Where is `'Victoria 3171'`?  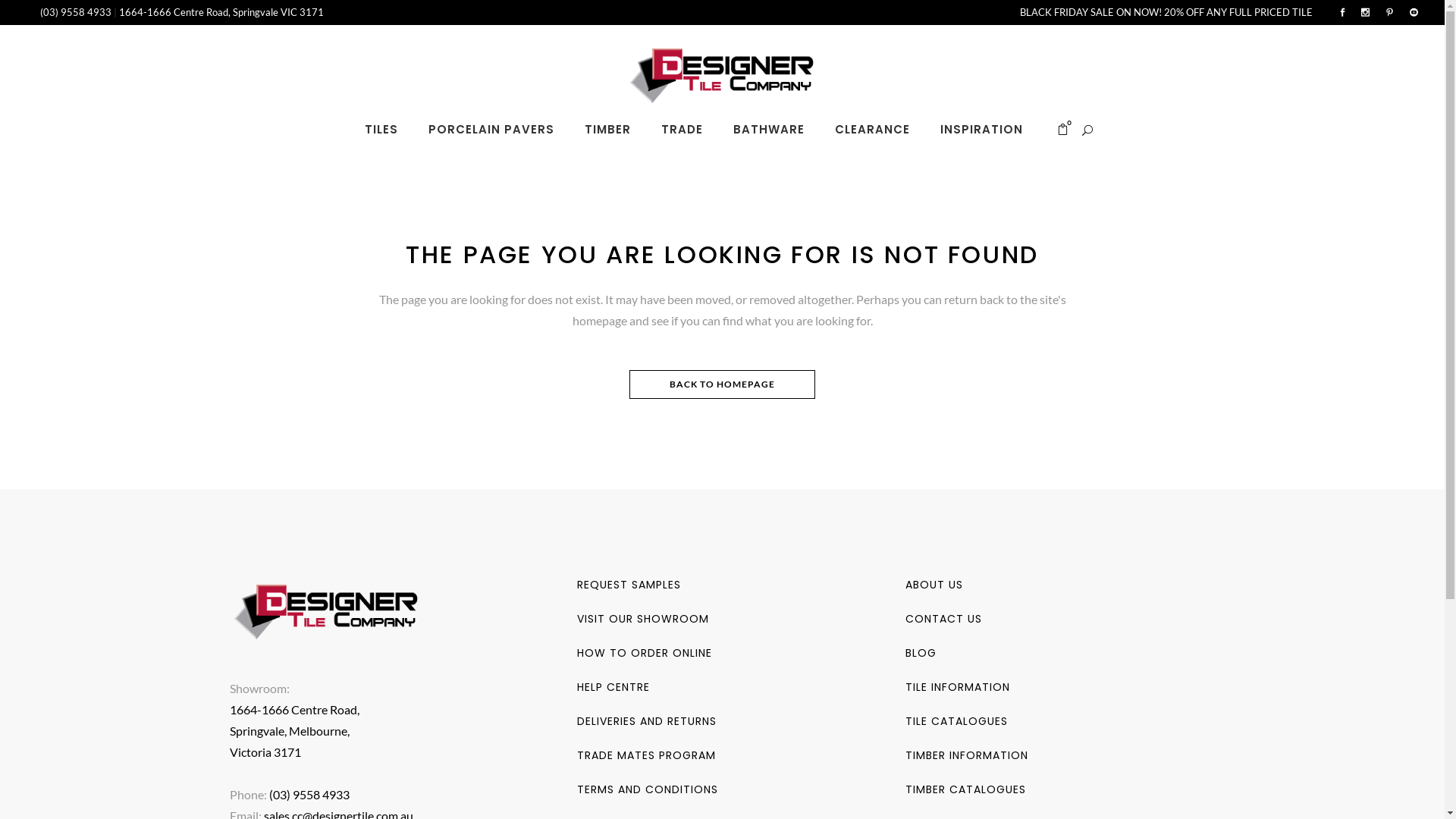 'Victoria 3171' is located at coordinates (265, 752).